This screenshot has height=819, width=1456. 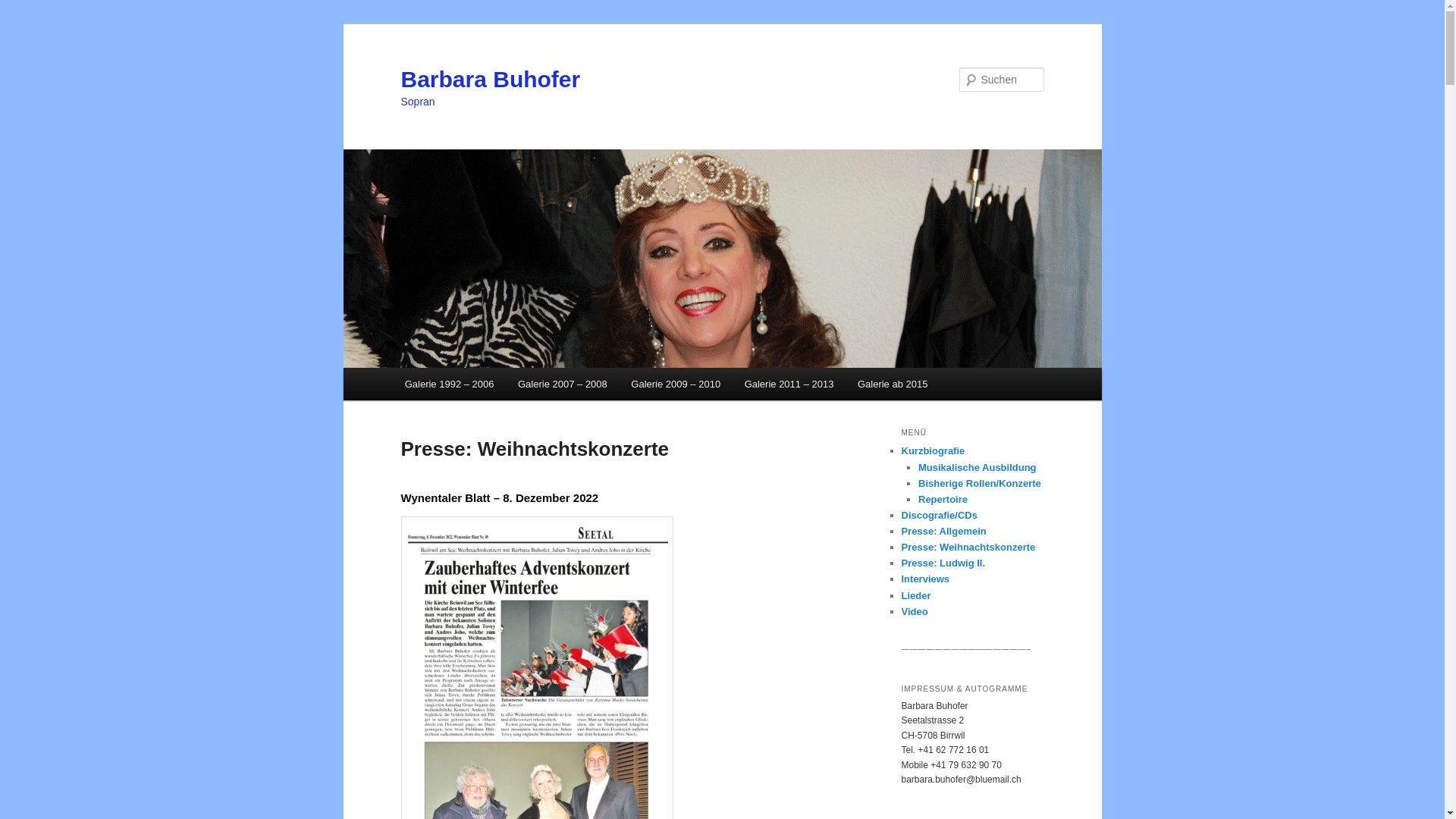 What do you see at coordinates (892, 383) in the screenshot?
I see `'Galerie ab 2015'` at bounding box center [892, 383].